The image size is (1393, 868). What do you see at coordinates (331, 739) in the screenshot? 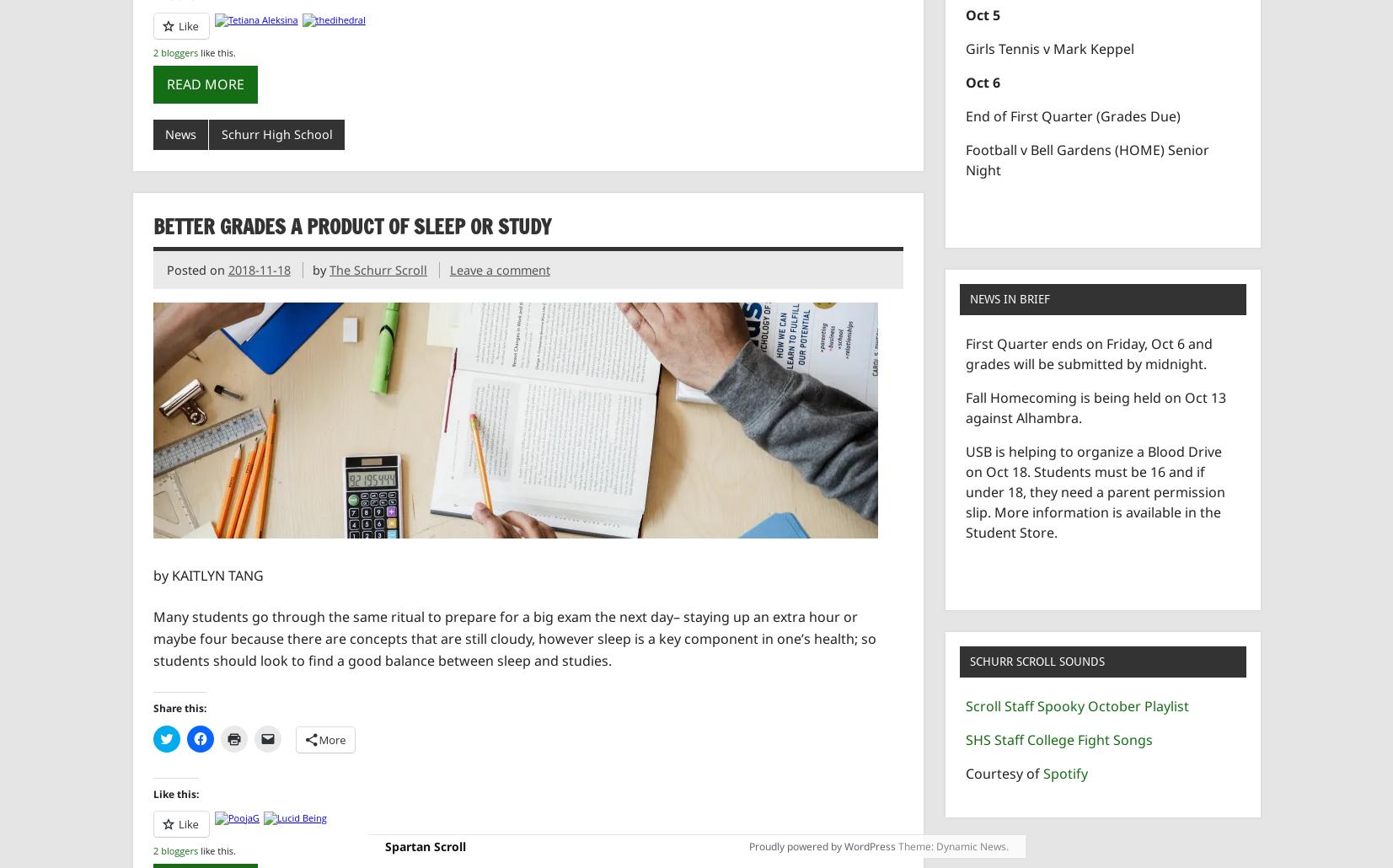
I see `'More'` at bounding box center [331, 739].